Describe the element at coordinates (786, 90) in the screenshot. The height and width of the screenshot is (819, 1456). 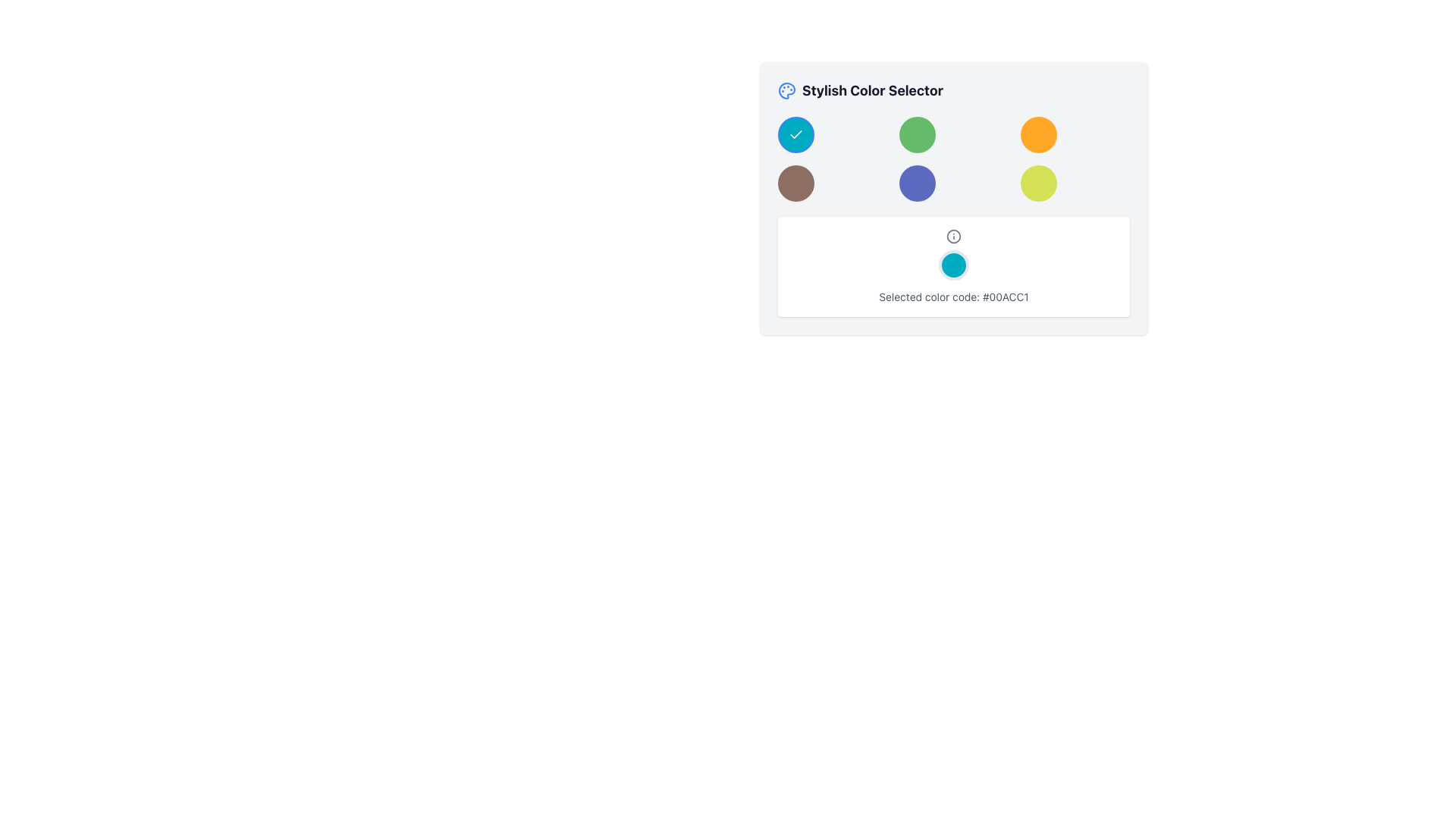
I see `the color palette icon located in the header next to 'Stylish Color Selector'` at that location.